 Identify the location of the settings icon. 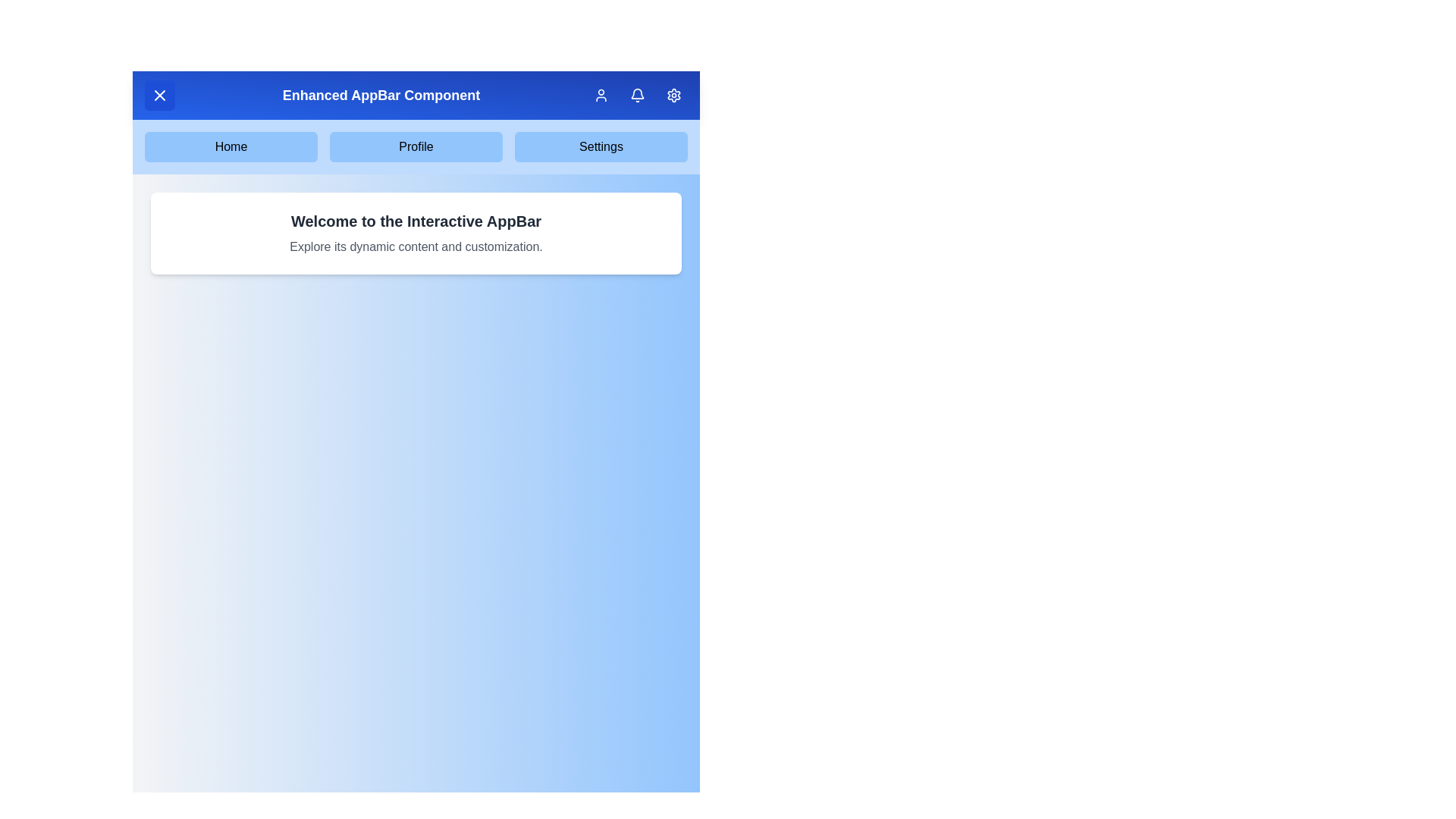
(673, 96).